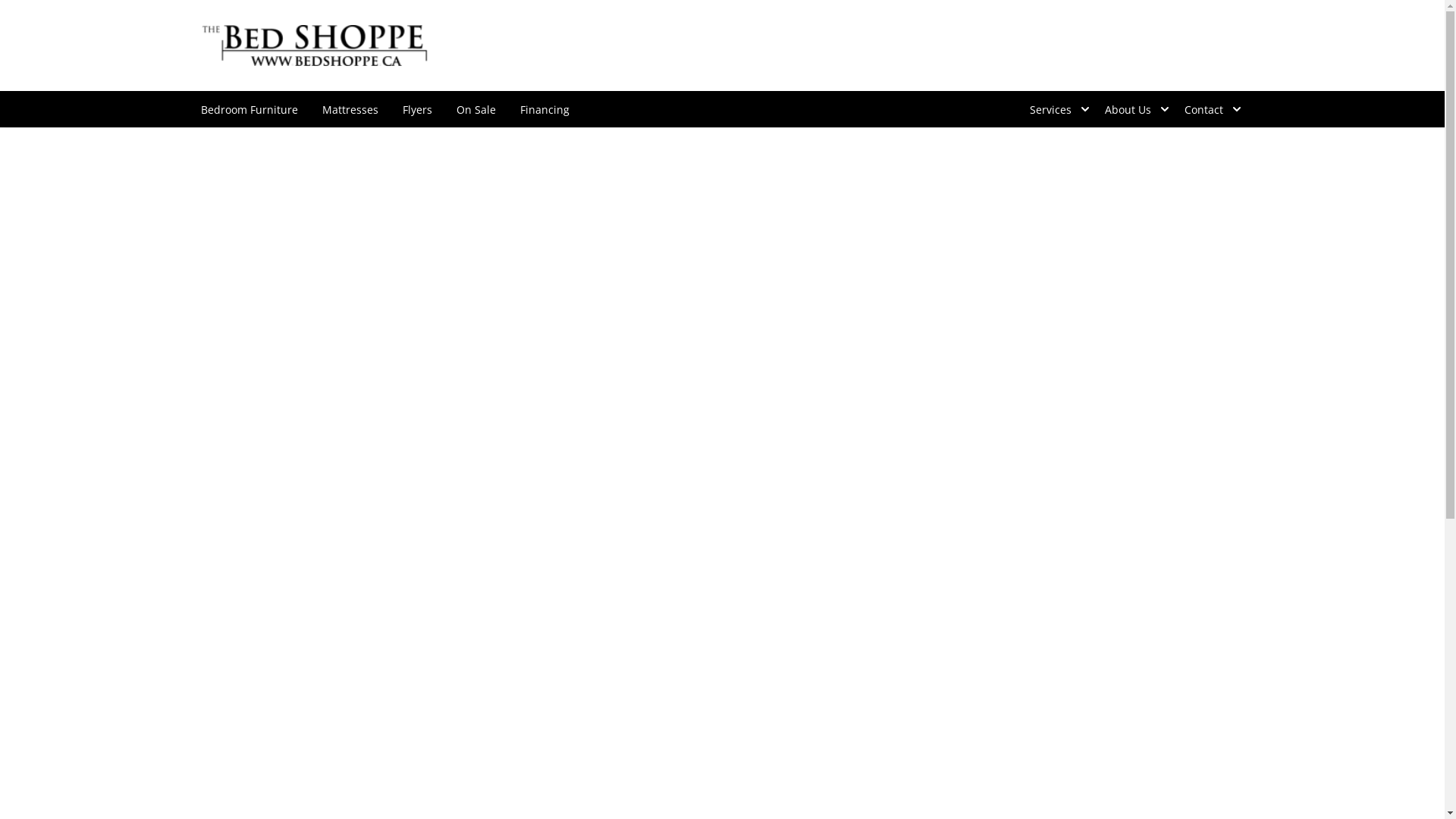 This screenshot has height=819, width=1456. What do you see at coordinates (1054, 108) in the screenshot?
I see `'Services'` at bounding box center [1054, 108].